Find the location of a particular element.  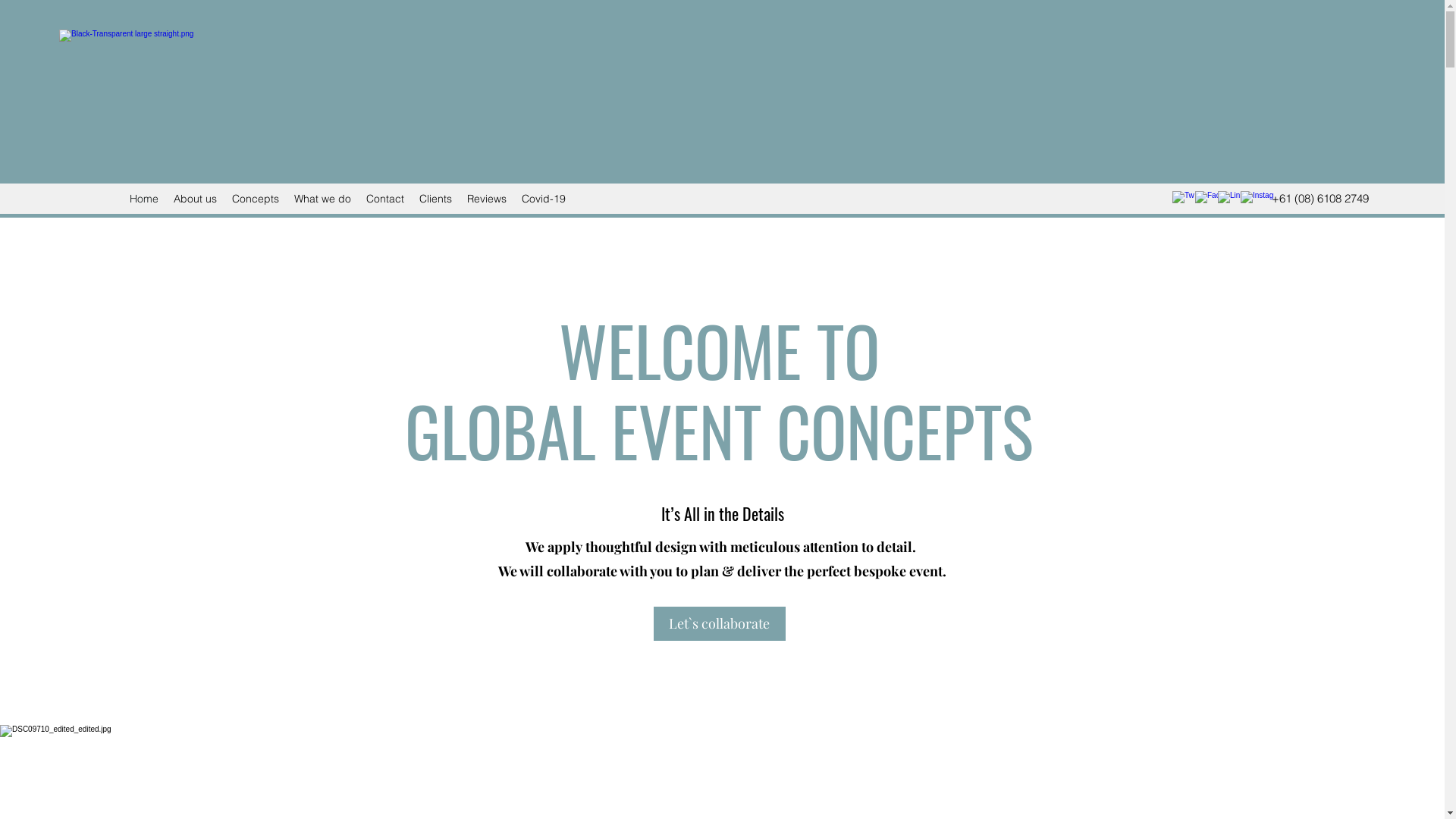

'Contact' is located at coordinates (385, 198).